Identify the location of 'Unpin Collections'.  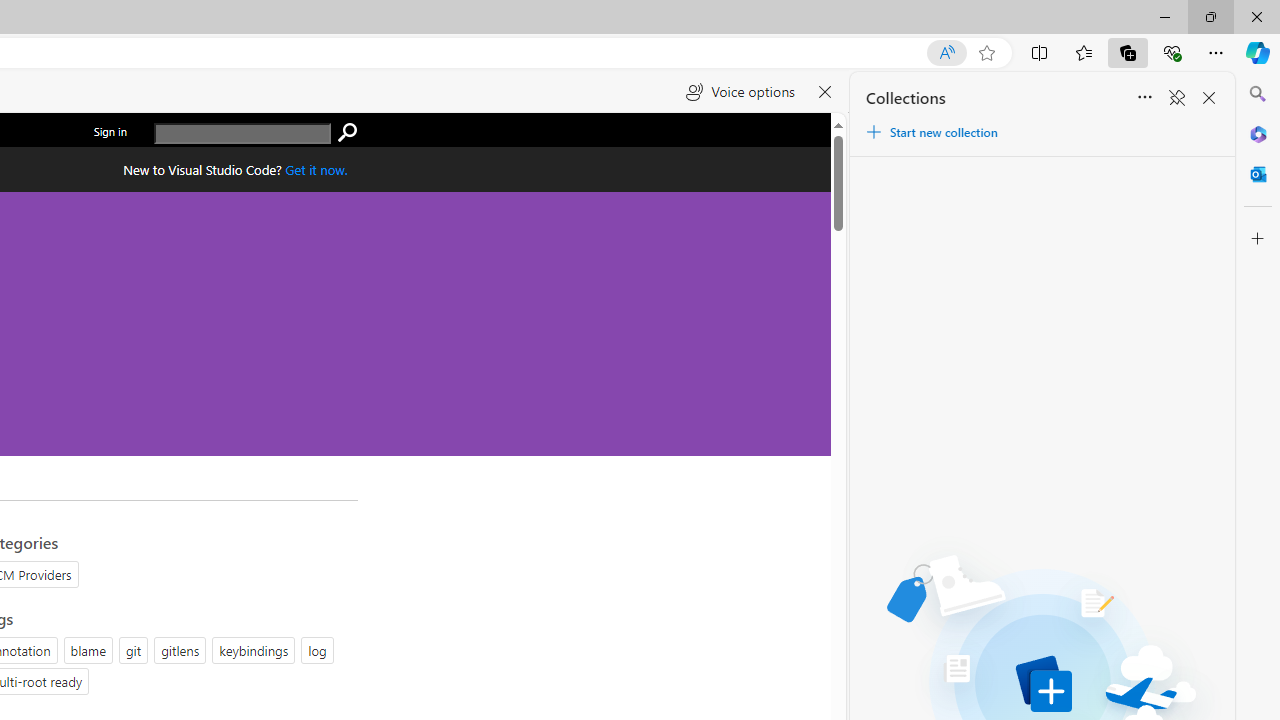
(1176, 98).